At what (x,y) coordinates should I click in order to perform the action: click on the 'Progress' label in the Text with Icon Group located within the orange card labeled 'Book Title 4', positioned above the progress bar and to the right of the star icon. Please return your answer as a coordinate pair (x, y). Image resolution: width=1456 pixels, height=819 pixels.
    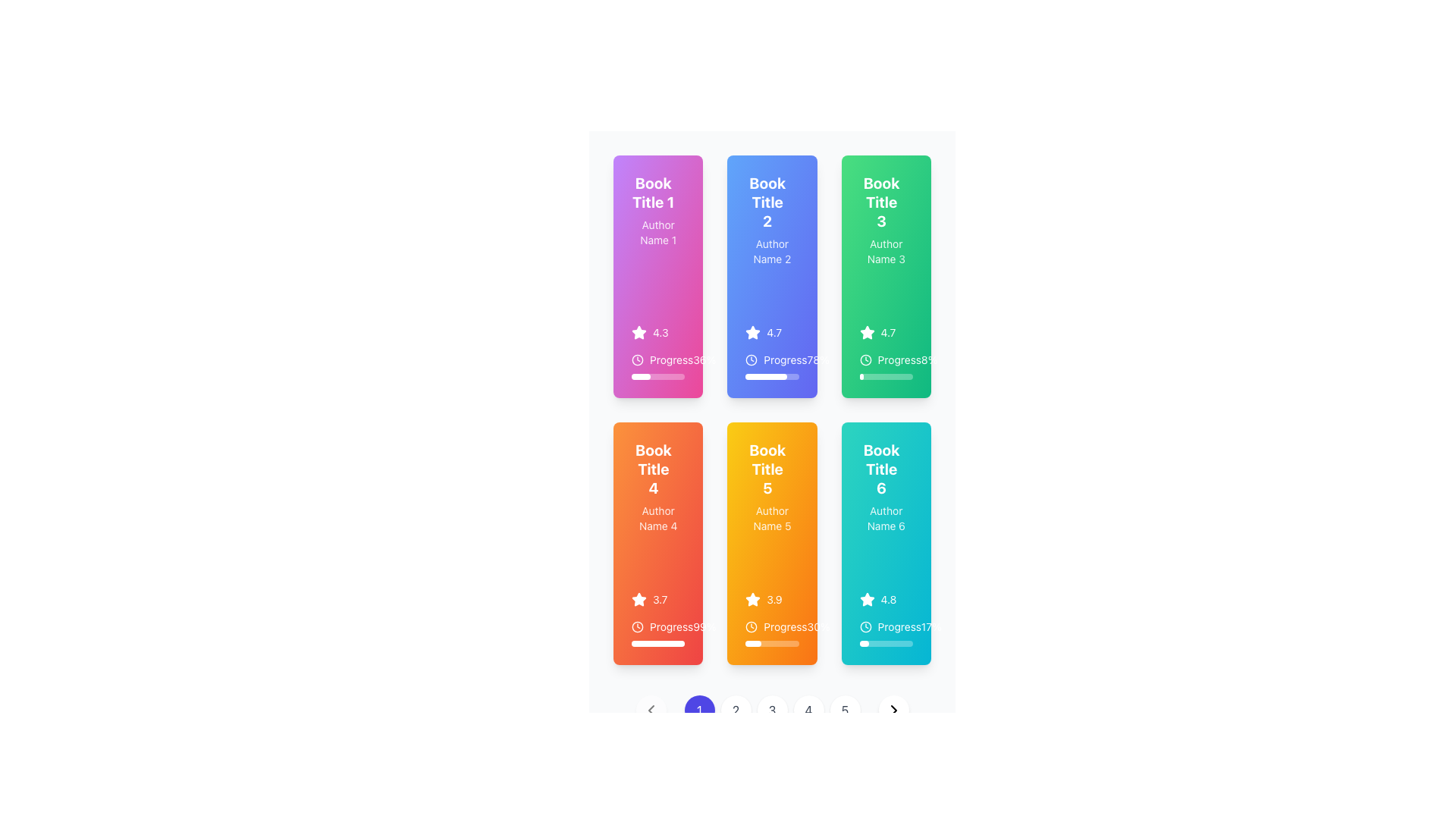
    Looking at the image, I should click on (662, 626).